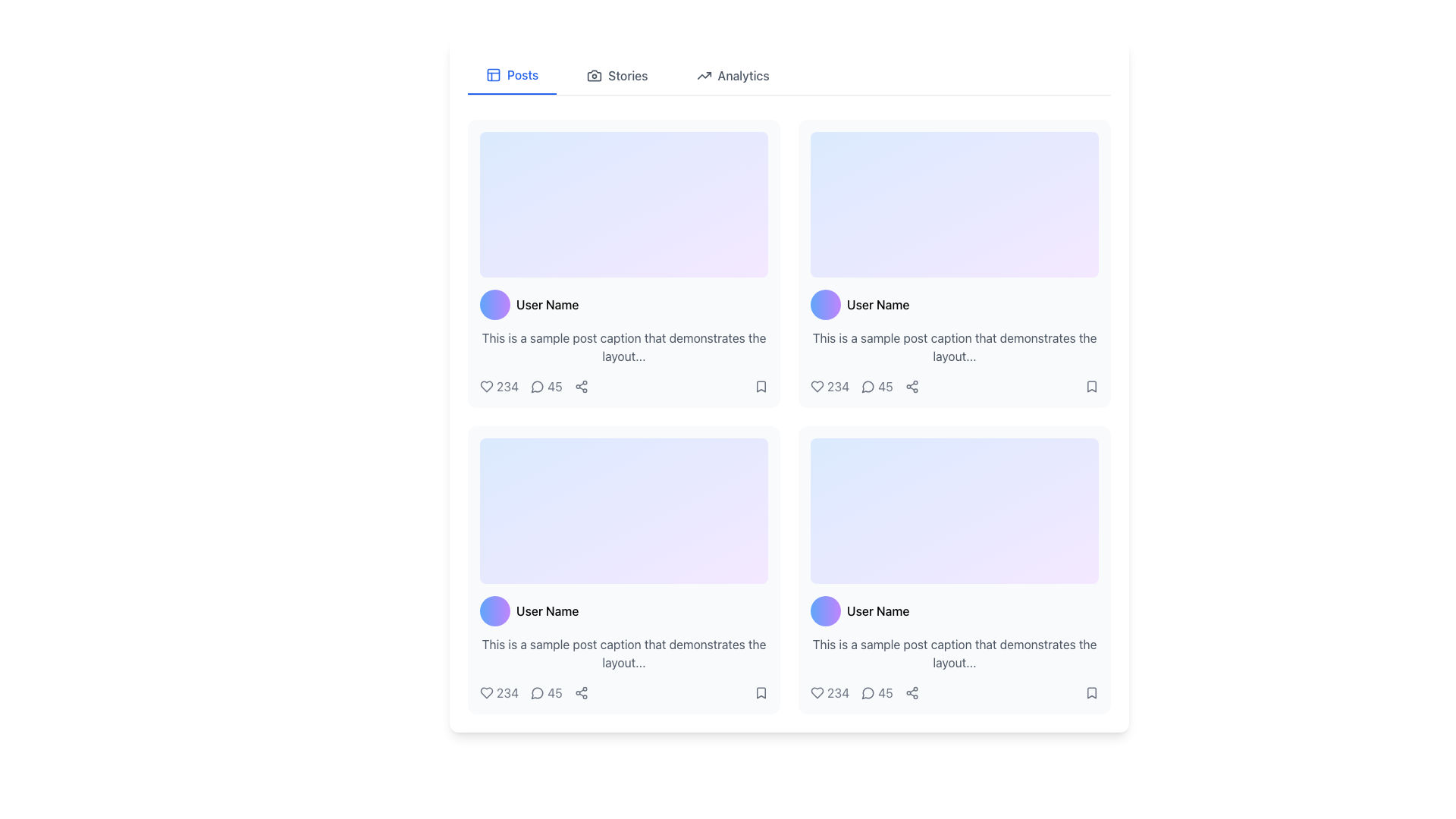 This screenshot has height=819, width=1456. What do you see at coordinates (512, 76) in the screenshot?
I see `the first navigation tab button` at bounding box center [512, 76].